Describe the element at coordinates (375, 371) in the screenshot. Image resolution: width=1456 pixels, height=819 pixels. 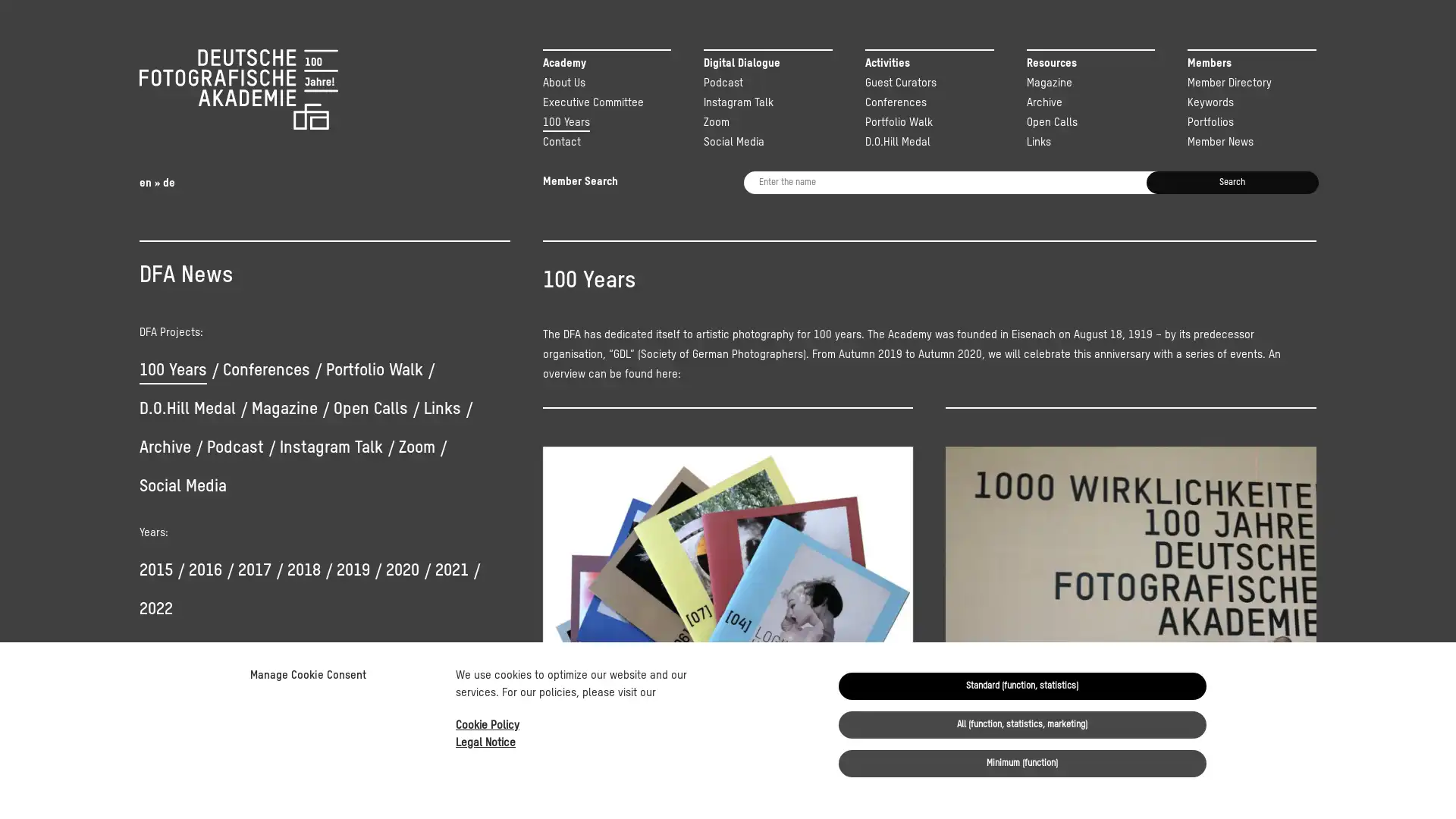
I see `Portfolio Walk` at that location.